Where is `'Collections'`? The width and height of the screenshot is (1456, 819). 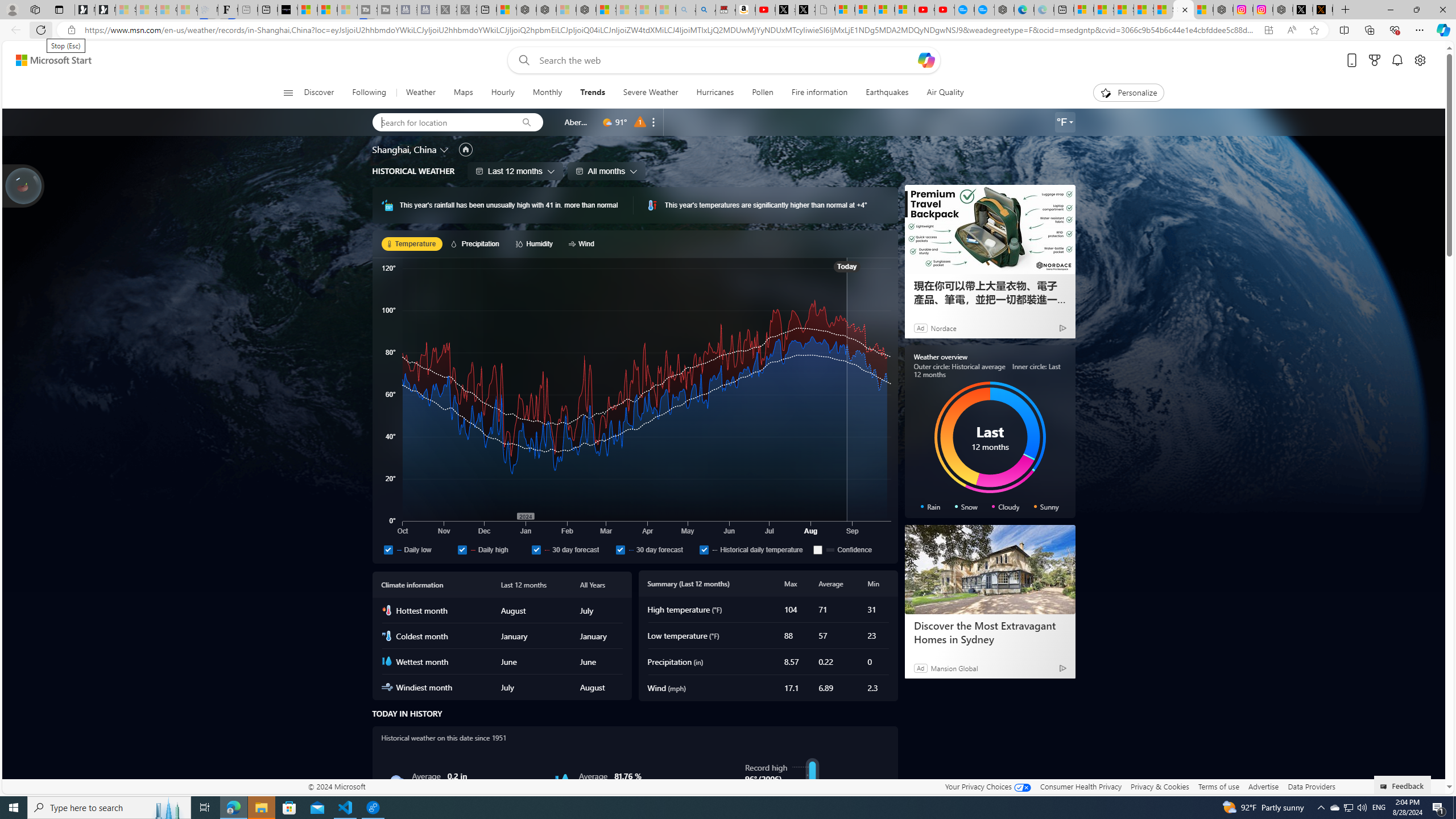 'Collections' is located at coordinates (1368, 29).